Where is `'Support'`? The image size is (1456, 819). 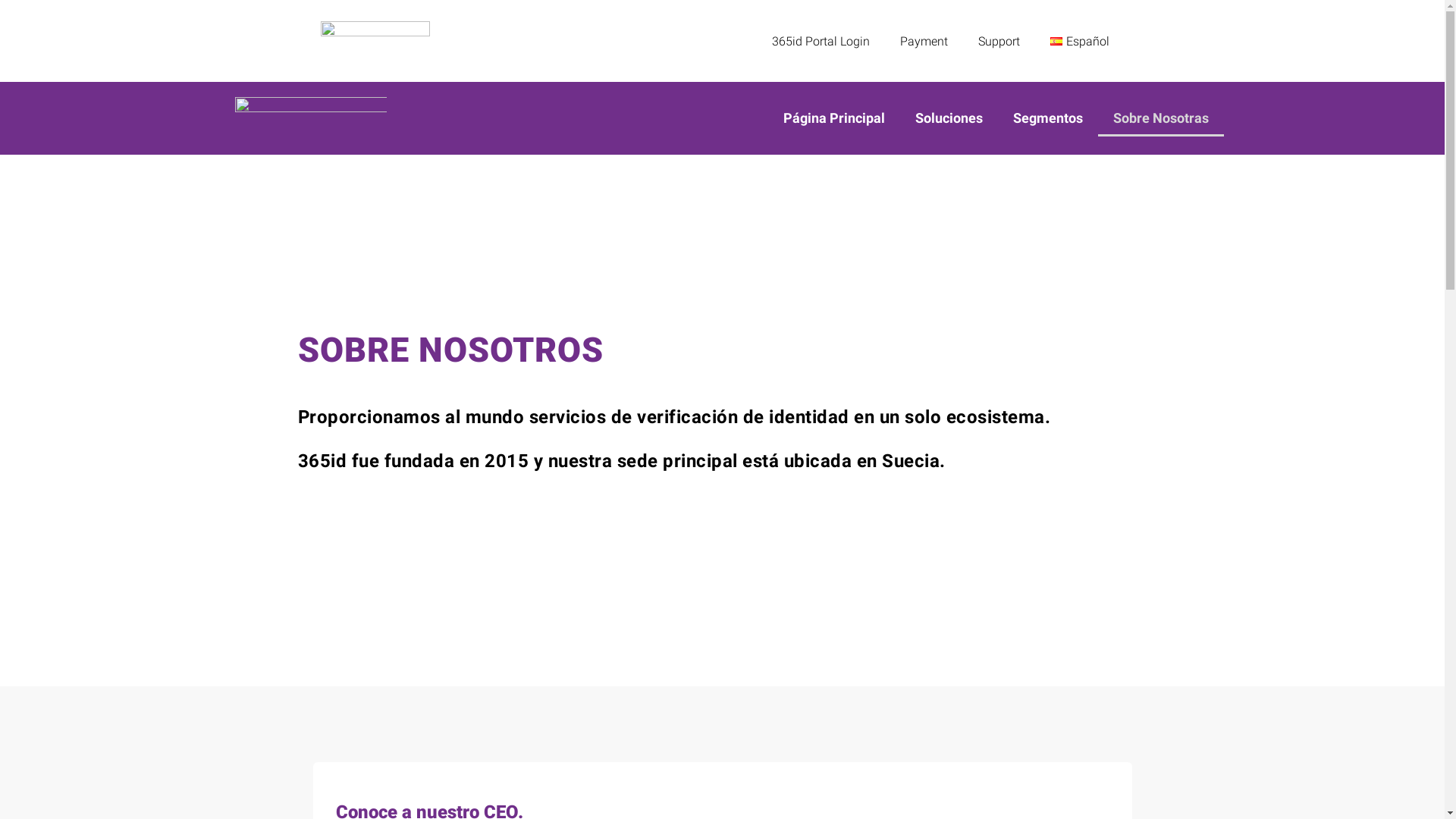
'Support' is located at coordinates (962, 40).